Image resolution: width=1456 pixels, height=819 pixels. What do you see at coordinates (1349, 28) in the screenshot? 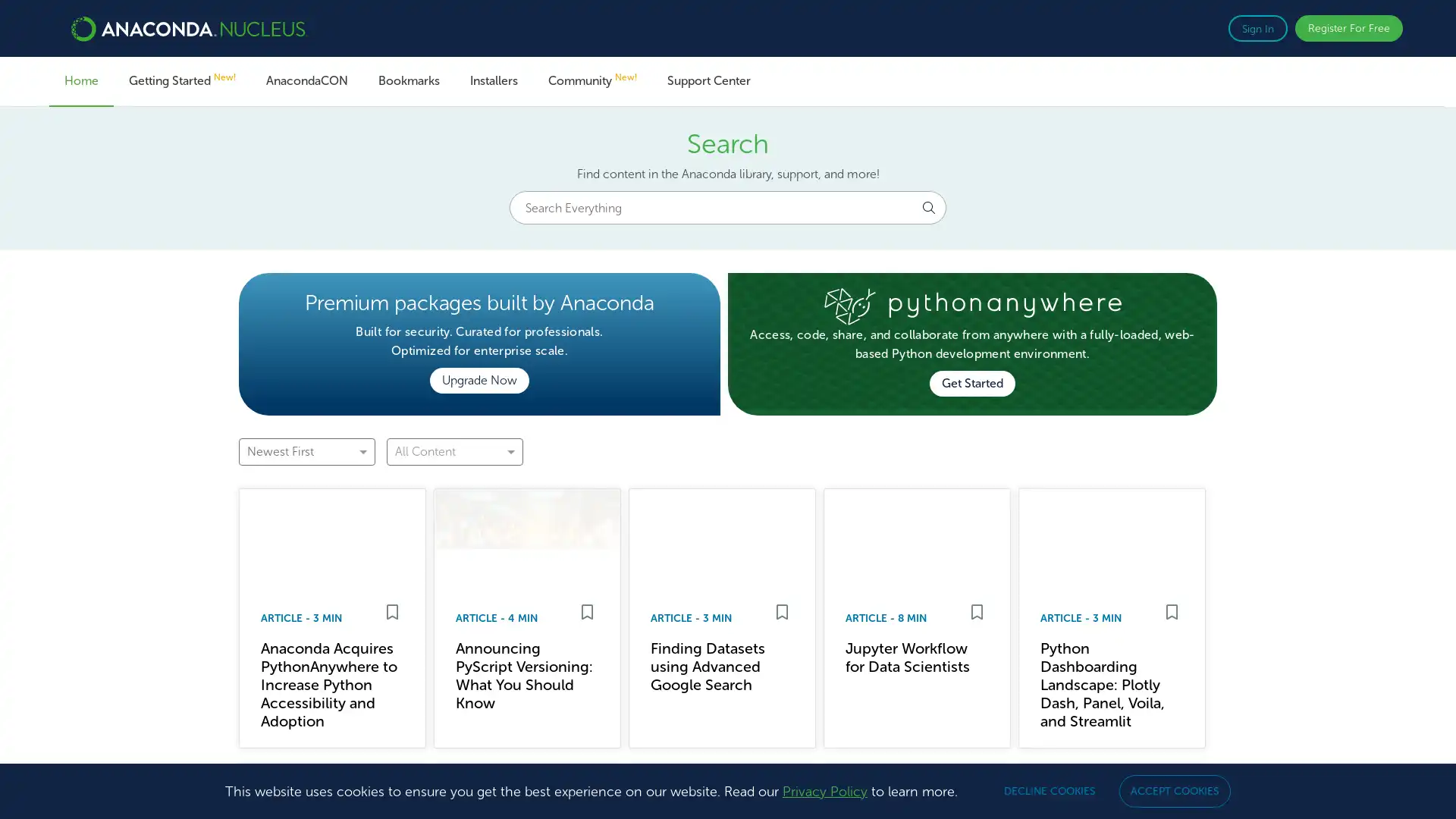
I see `Register For Free` at bounding box center [1349, 28].